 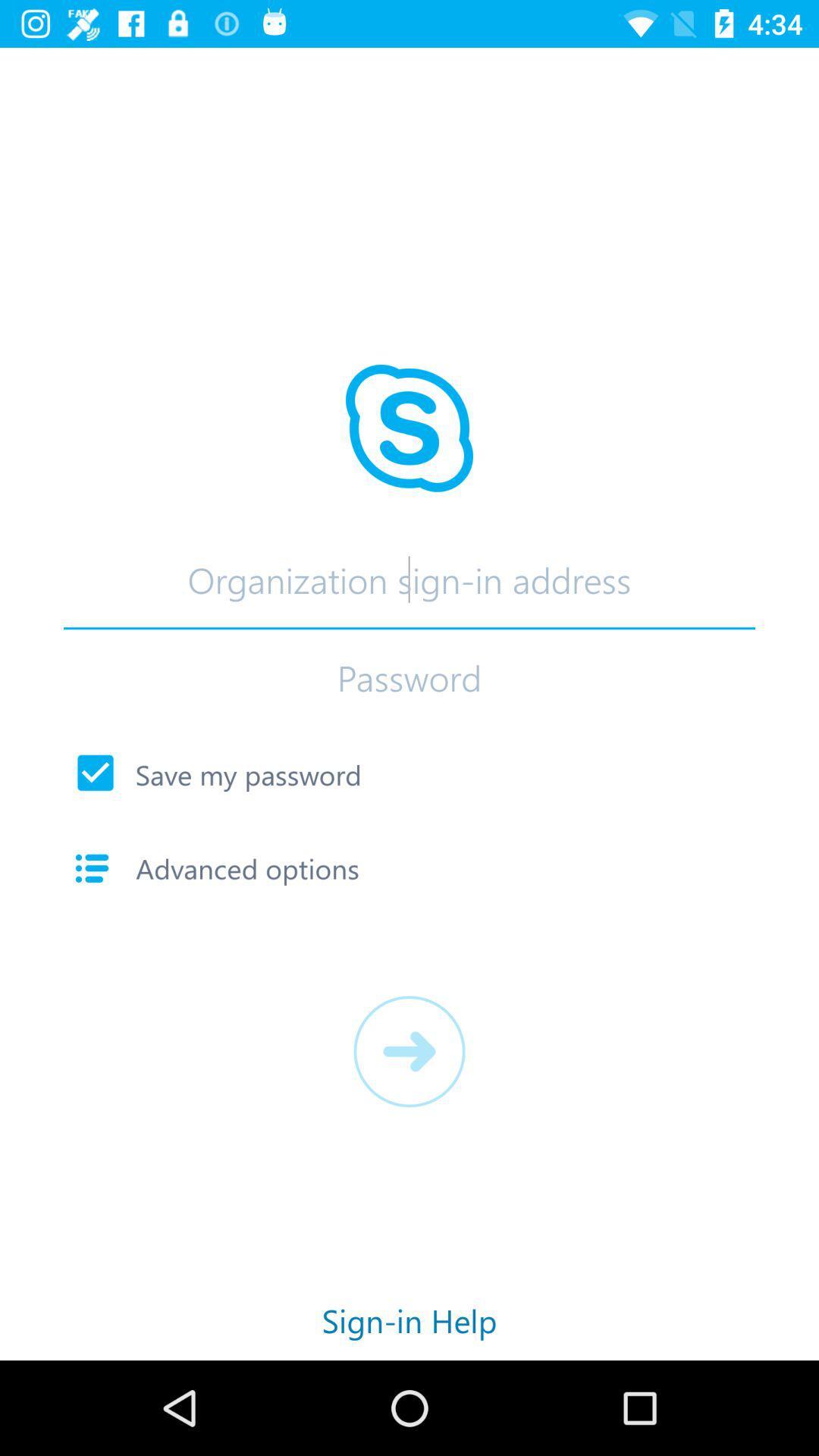 What do you see at coordinates (96, 773) in the screenshot?
I see `app next to save my password` at bounding box center [96, 773].